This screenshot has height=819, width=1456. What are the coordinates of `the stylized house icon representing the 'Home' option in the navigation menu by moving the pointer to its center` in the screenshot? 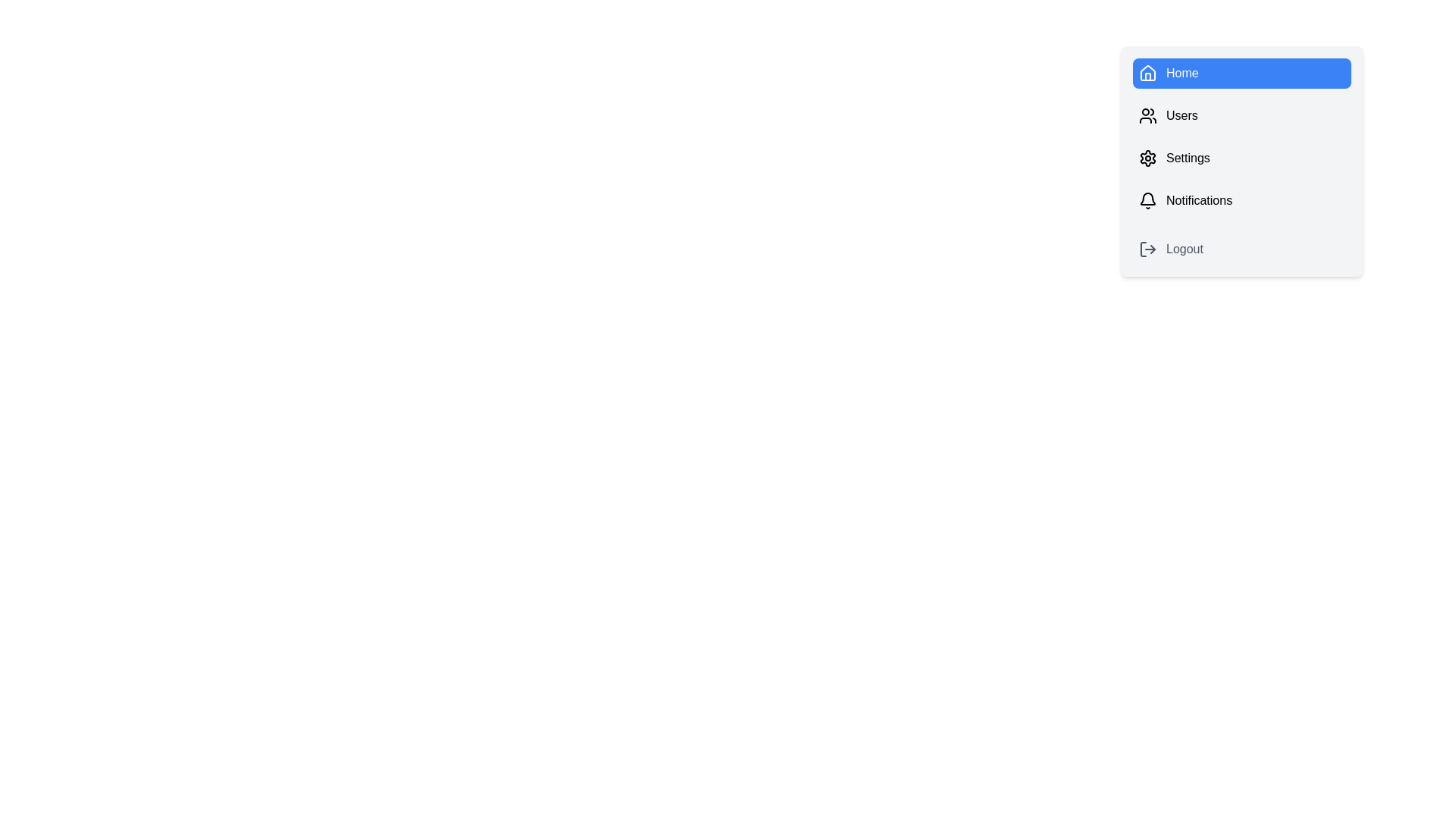 It's located at (1147, 73).